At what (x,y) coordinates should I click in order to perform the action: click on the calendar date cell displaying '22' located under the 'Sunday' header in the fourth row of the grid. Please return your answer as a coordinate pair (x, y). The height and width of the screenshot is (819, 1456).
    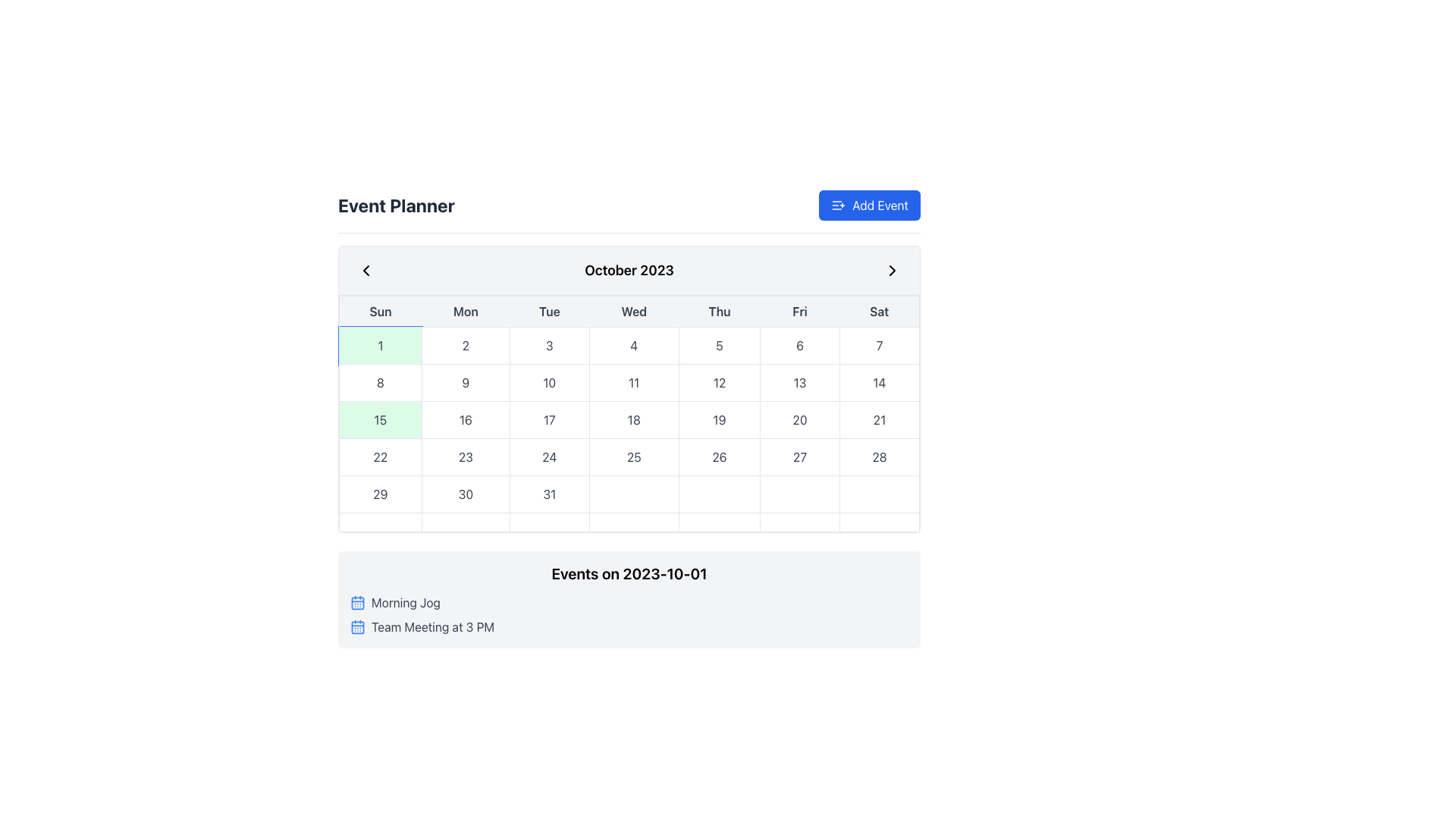
    Looking at the image, I should click on (380, 456).